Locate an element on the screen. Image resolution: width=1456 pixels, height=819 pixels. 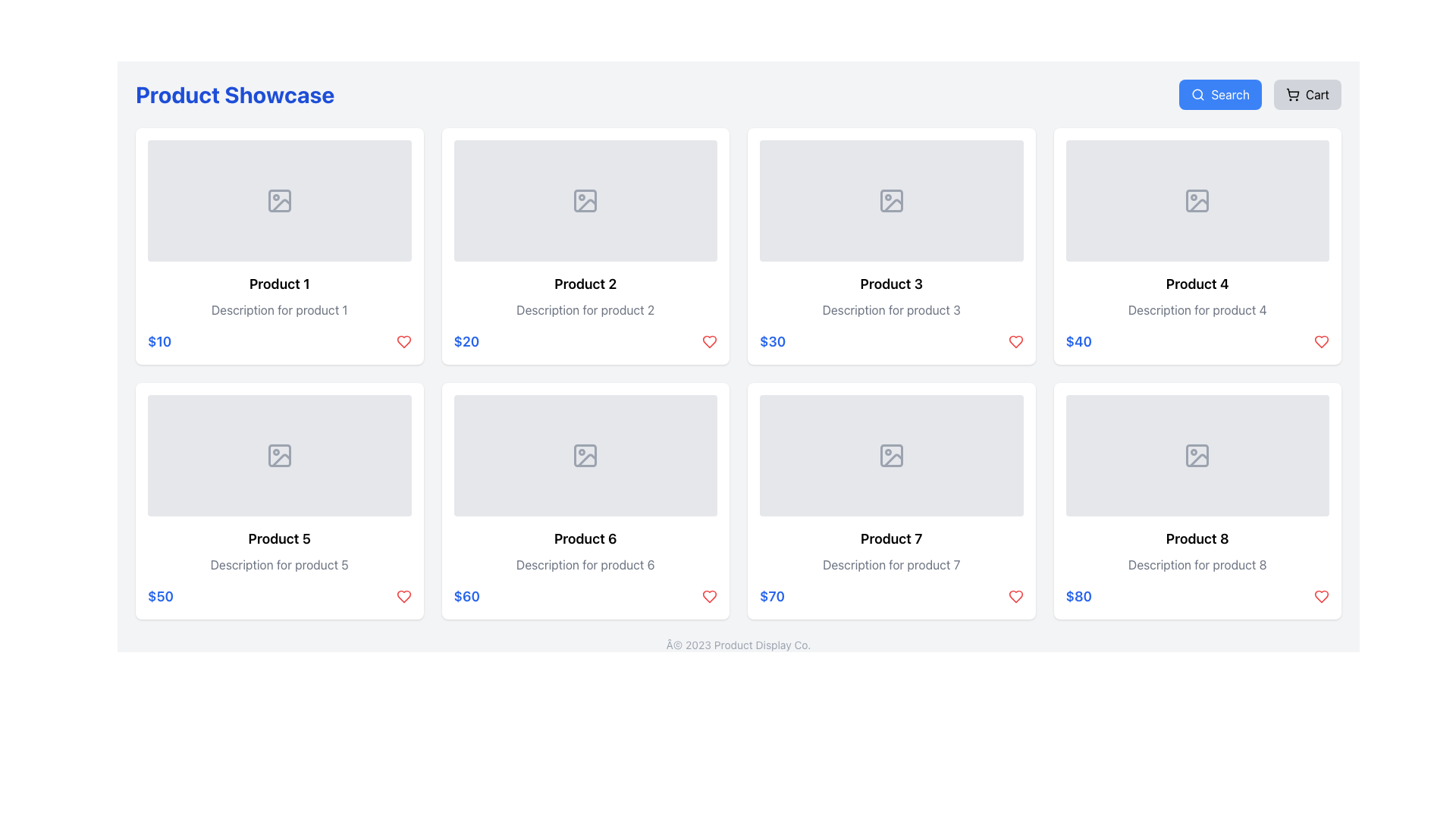
the second product card with a white background, rounded corners, and a red heart icon at the bottom right is located at coordinates (585, 245).